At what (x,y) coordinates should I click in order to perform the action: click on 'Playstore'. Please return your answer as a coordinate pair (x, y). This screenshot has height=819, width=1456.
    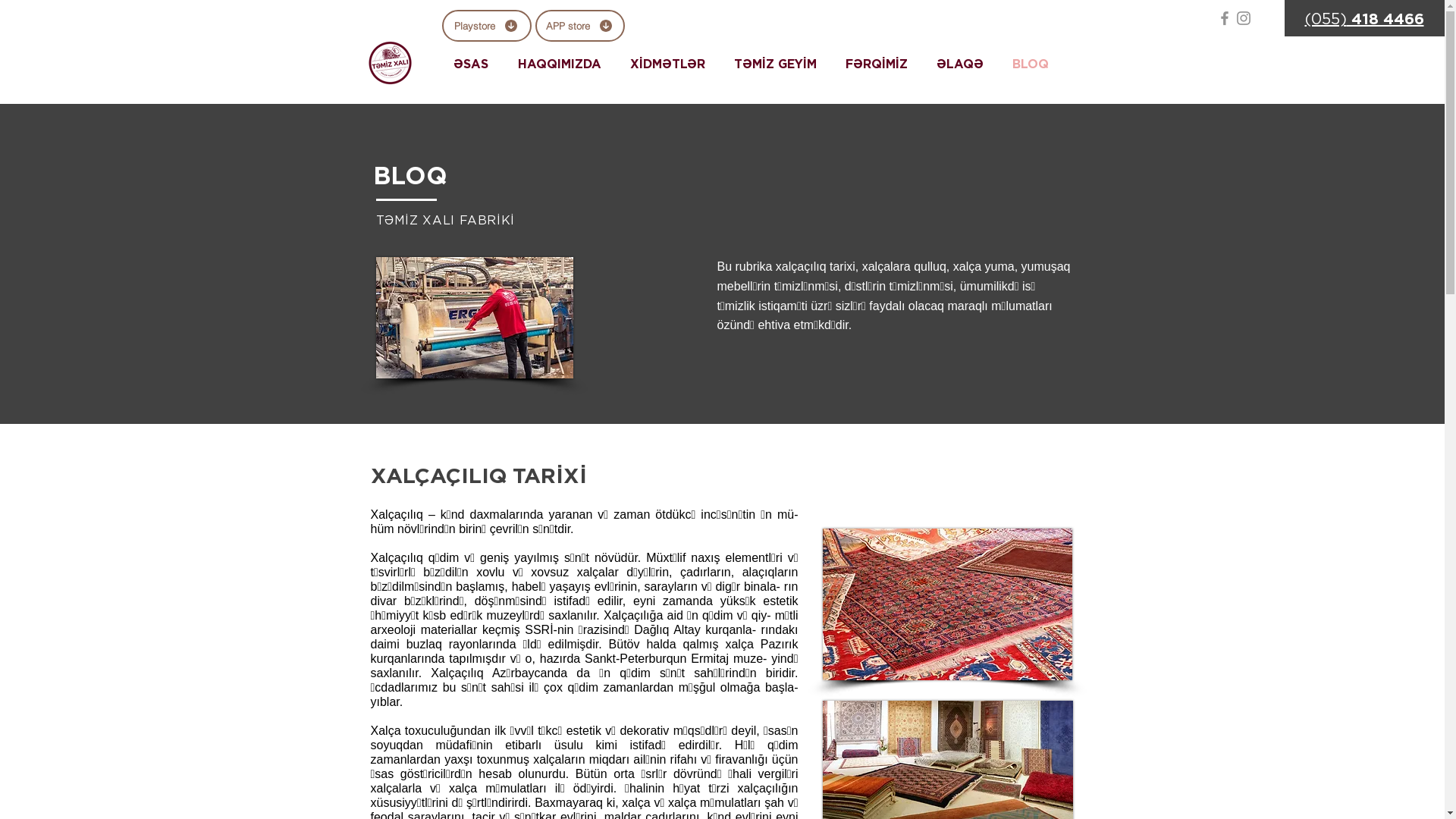
    Looking at the image, I should click on (486, 26).